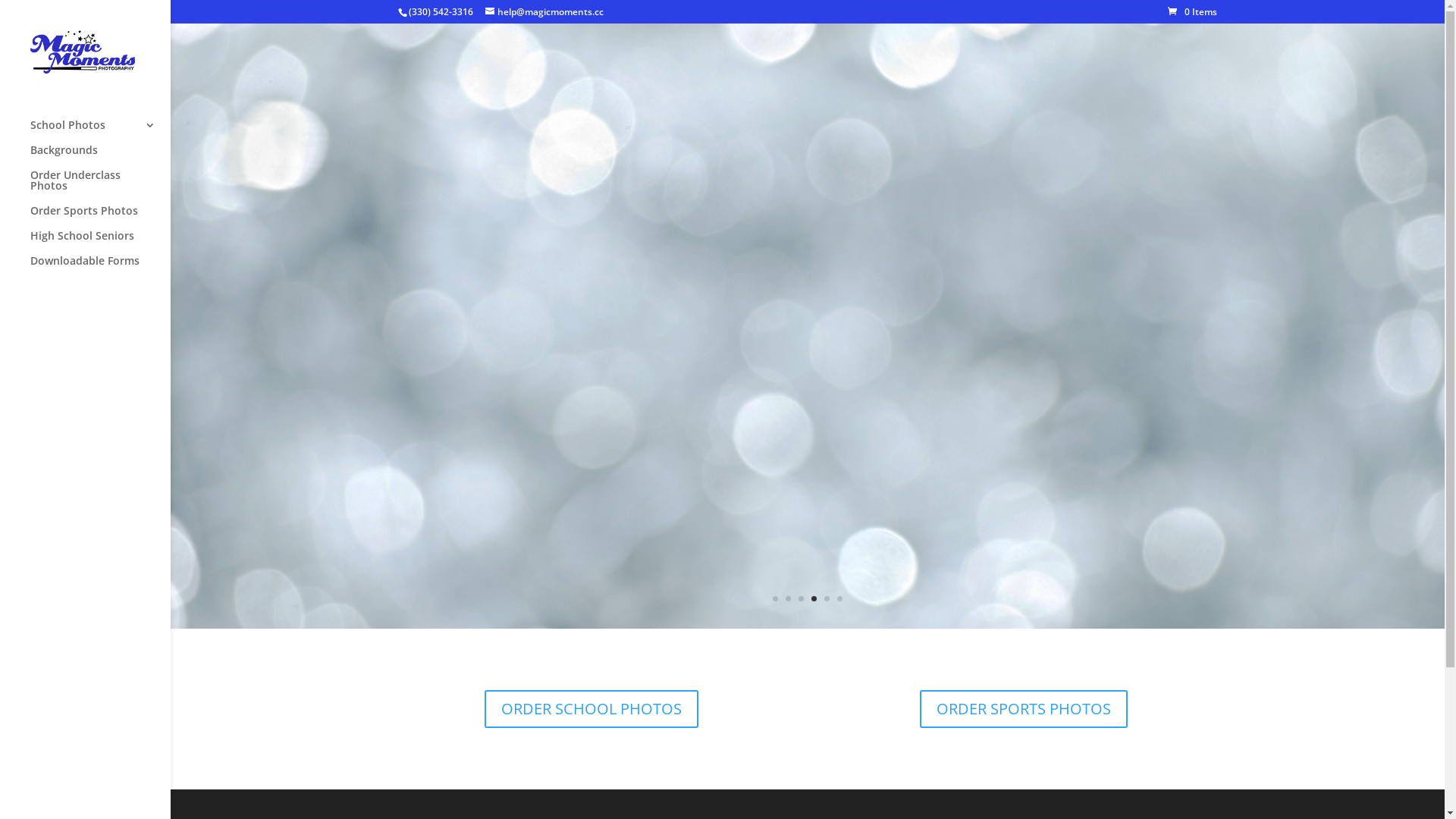  What do you see at coordinates (800, 598) in the screenshot?
I see `'3'` at bounding box center [800, 598].